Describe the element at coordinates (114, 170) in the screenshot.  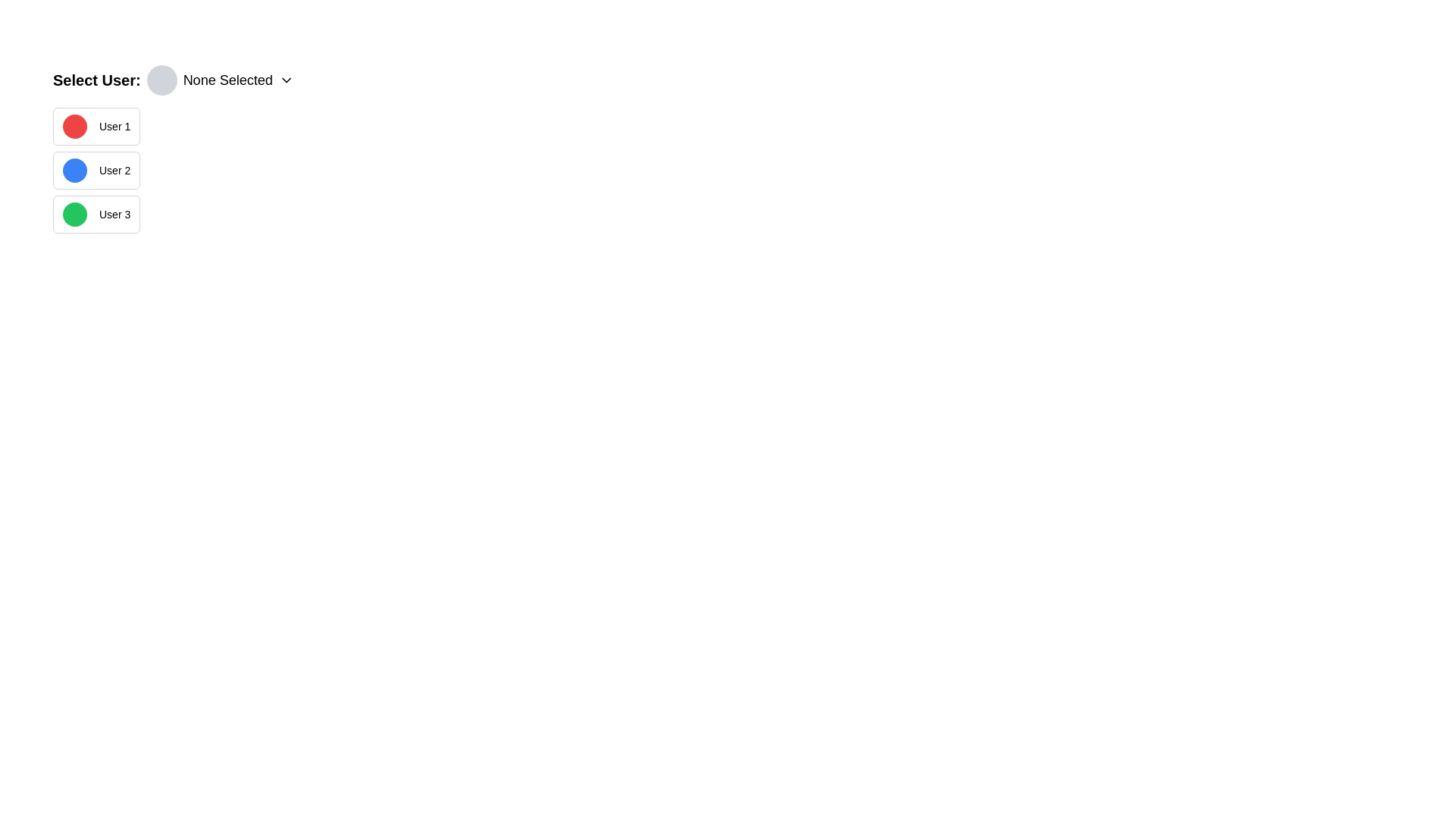
I see `the label identifying the user associated with the blue icon on its left, positioned in the middle of a vertical list of user containers` at that location.